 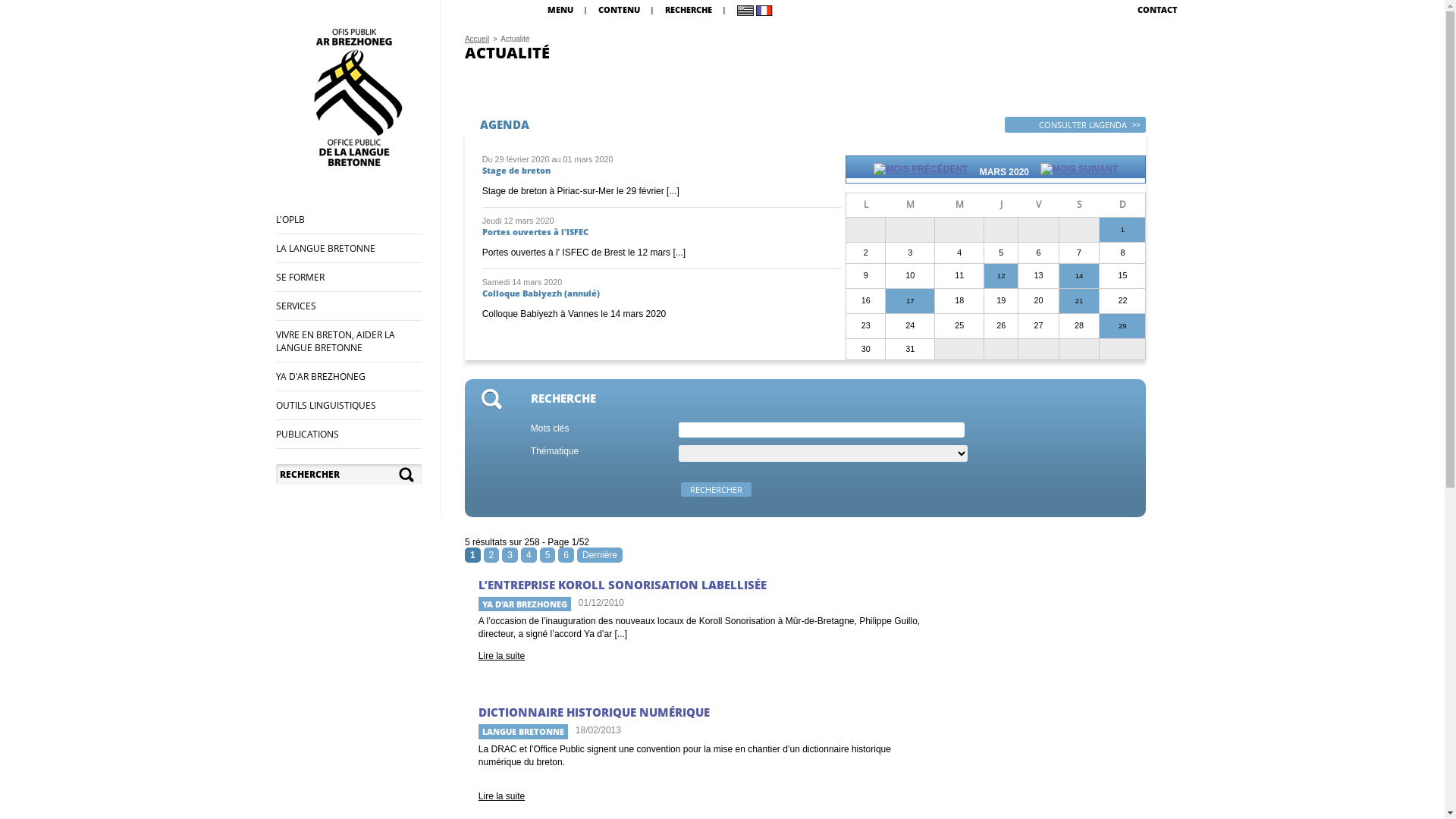 I want to click on '14', so click(x=1078, y=275).